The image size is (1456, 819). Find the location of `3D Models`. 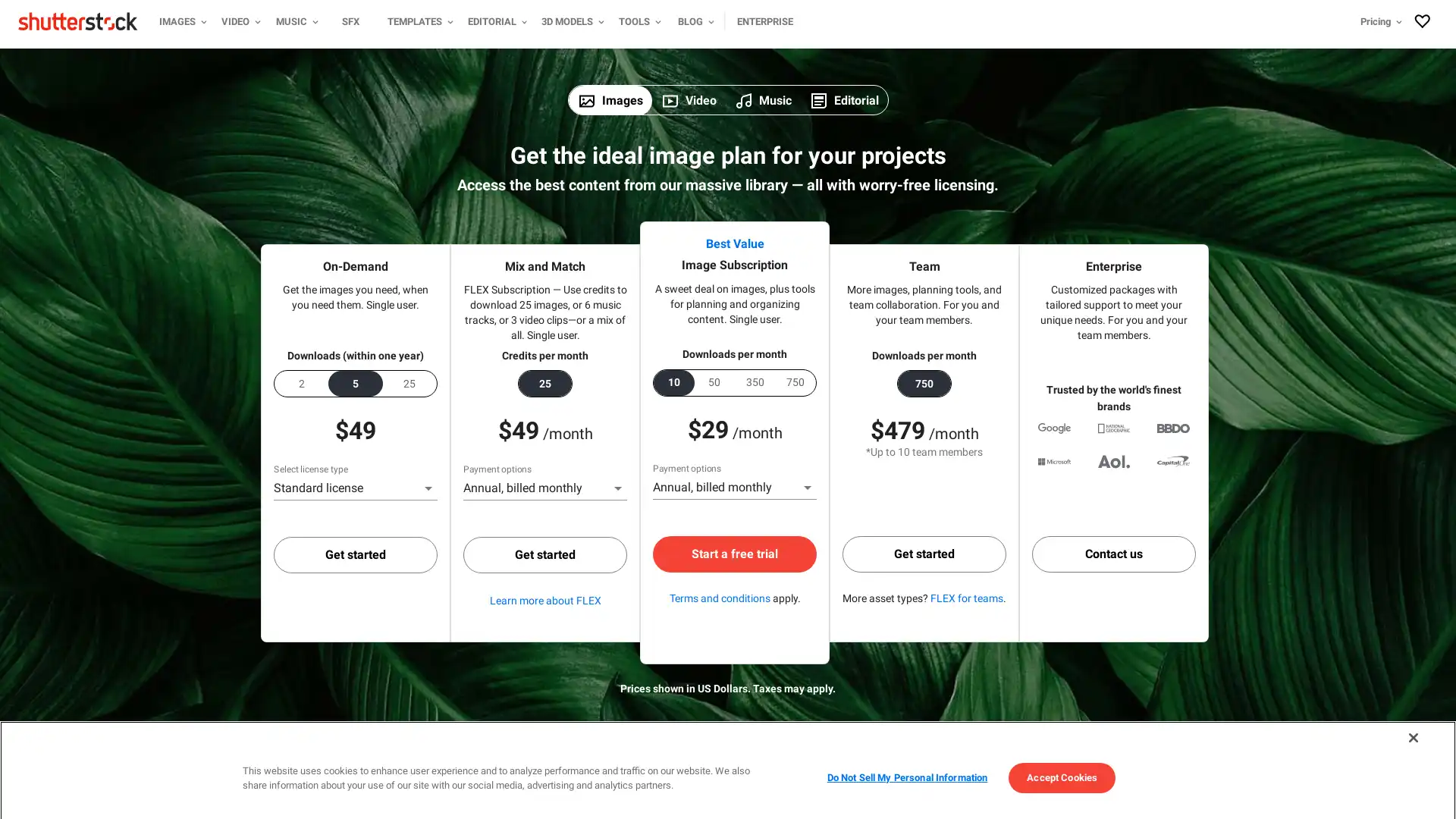

3D Models is located at coordinates (570, 20).